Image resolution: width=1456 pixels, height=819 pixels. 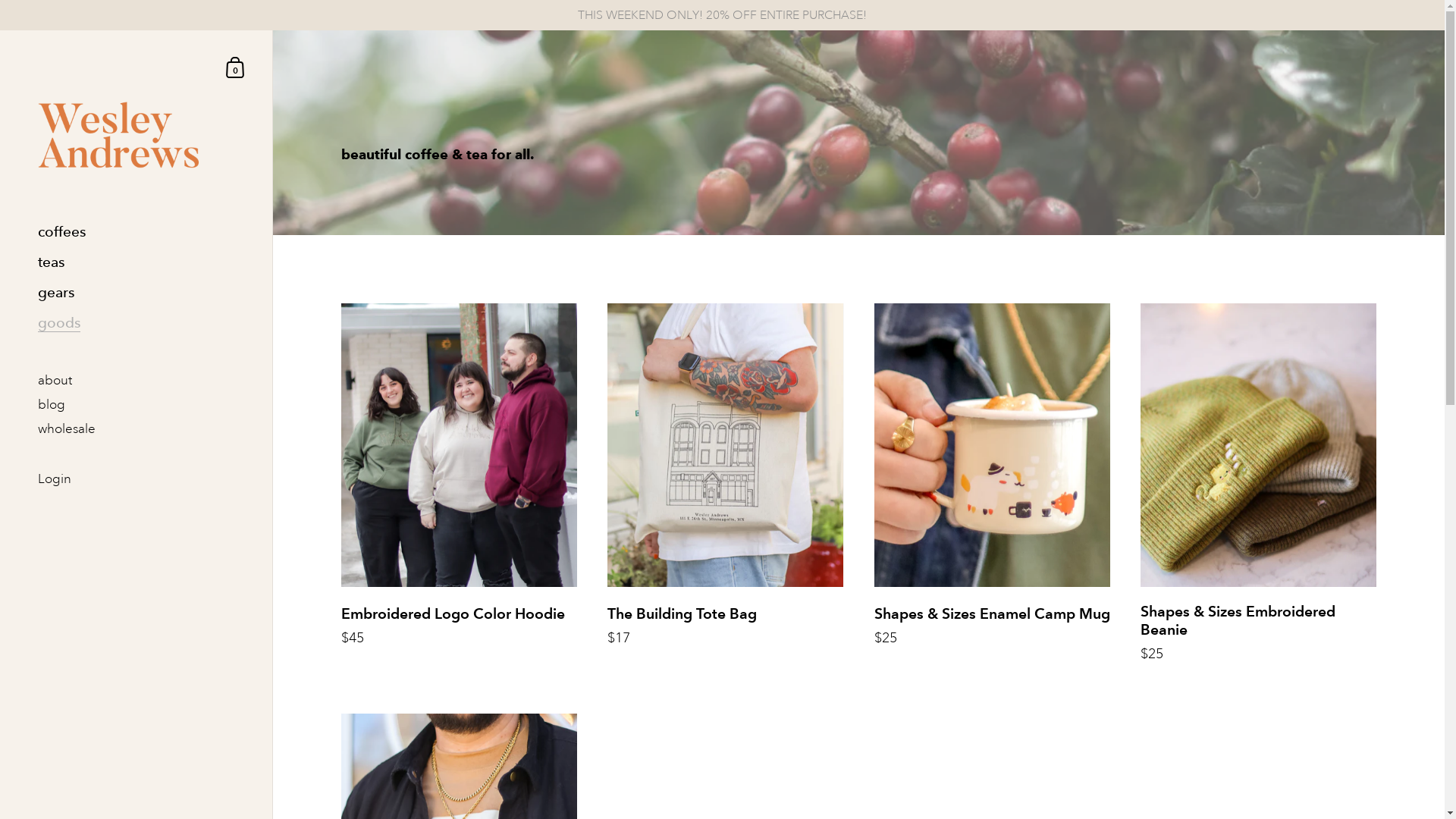 I want to click on 'teas', so click(x=136, y=262).